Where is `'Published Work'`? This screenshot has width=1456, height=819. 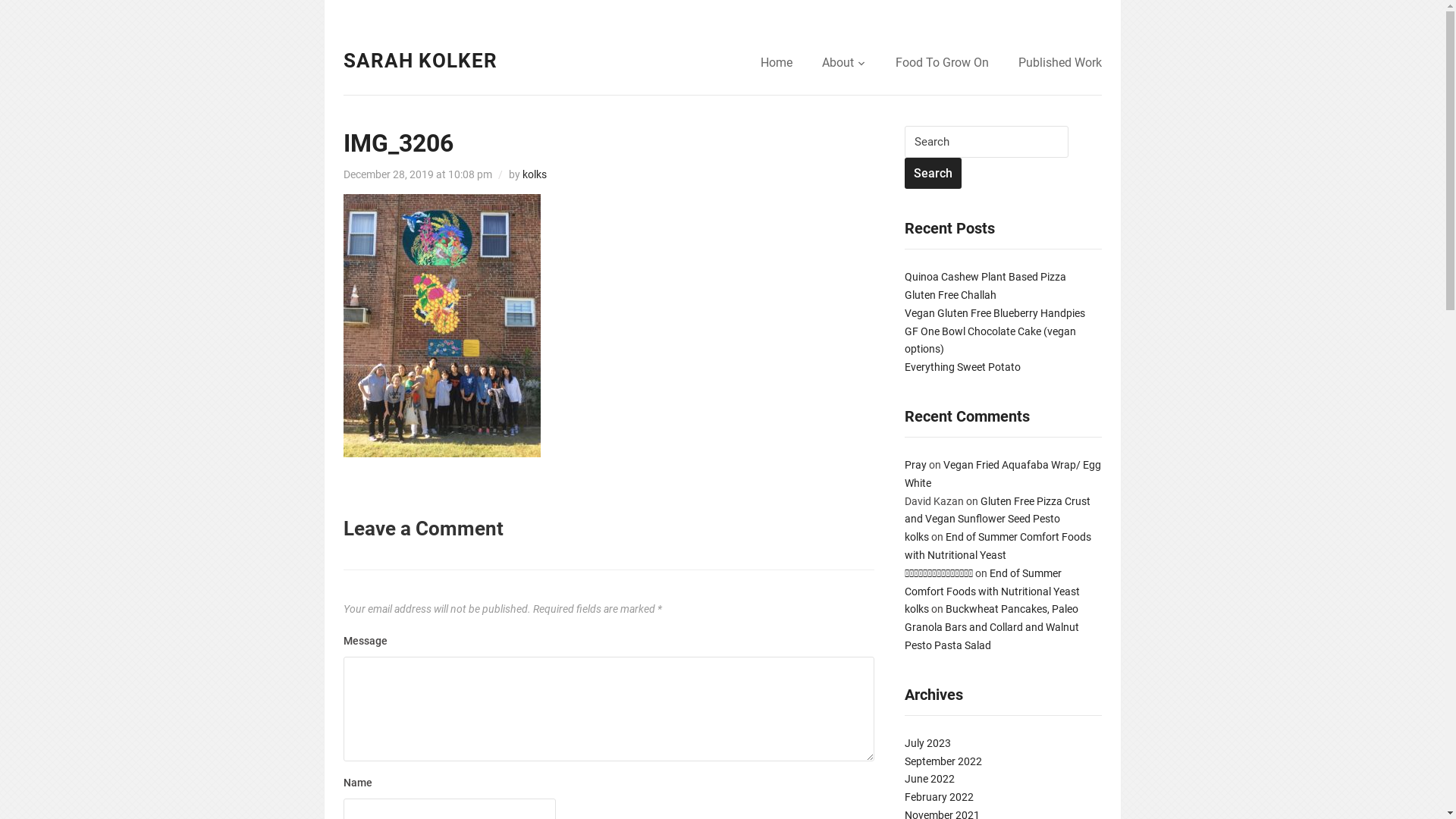
'Published Work' is located at coordinates (1058, 63).